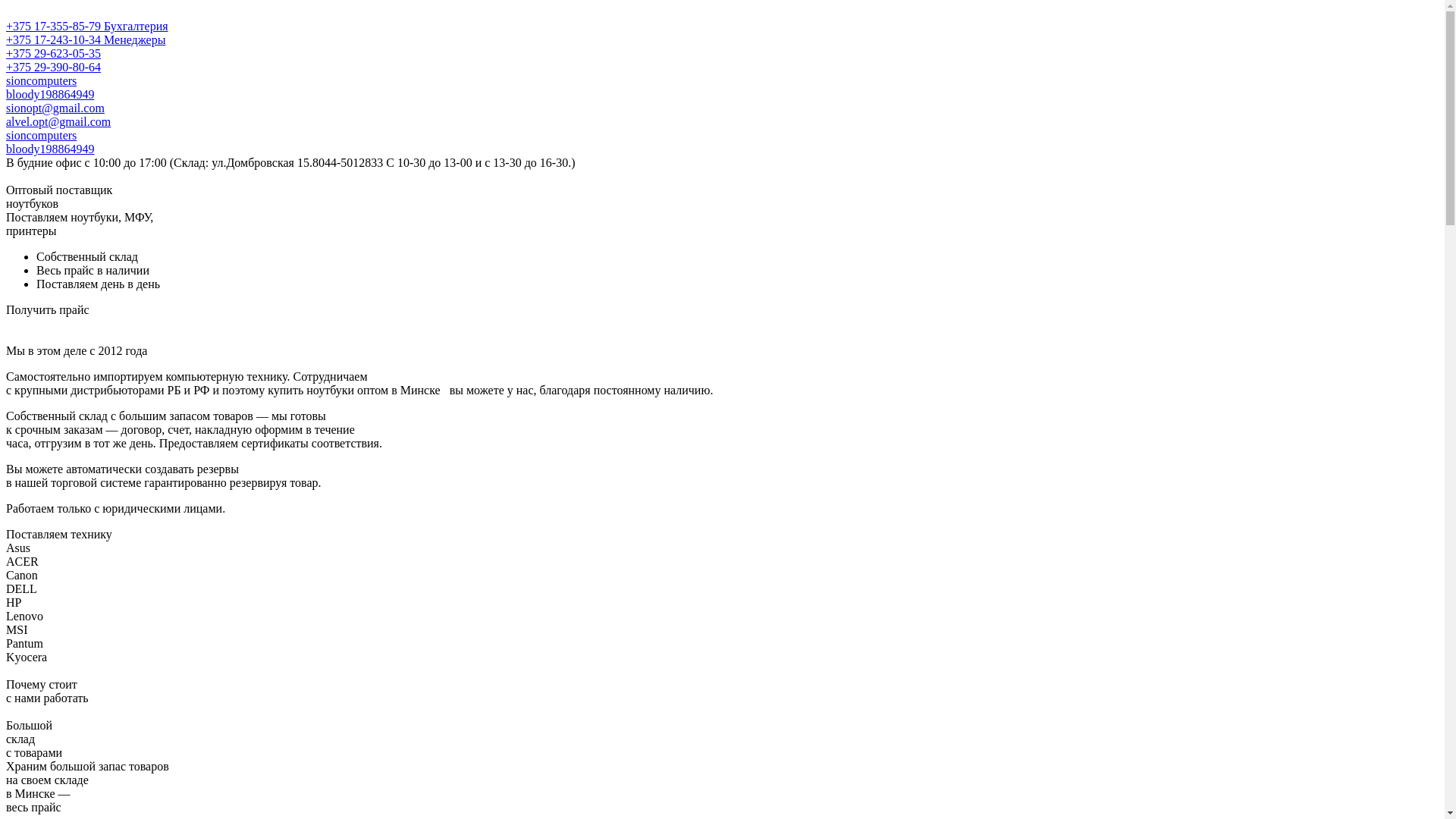  Describe the element at coordinates (55, 107) in the screenshot. I see `'sionopt@gmail.com'` at that location.